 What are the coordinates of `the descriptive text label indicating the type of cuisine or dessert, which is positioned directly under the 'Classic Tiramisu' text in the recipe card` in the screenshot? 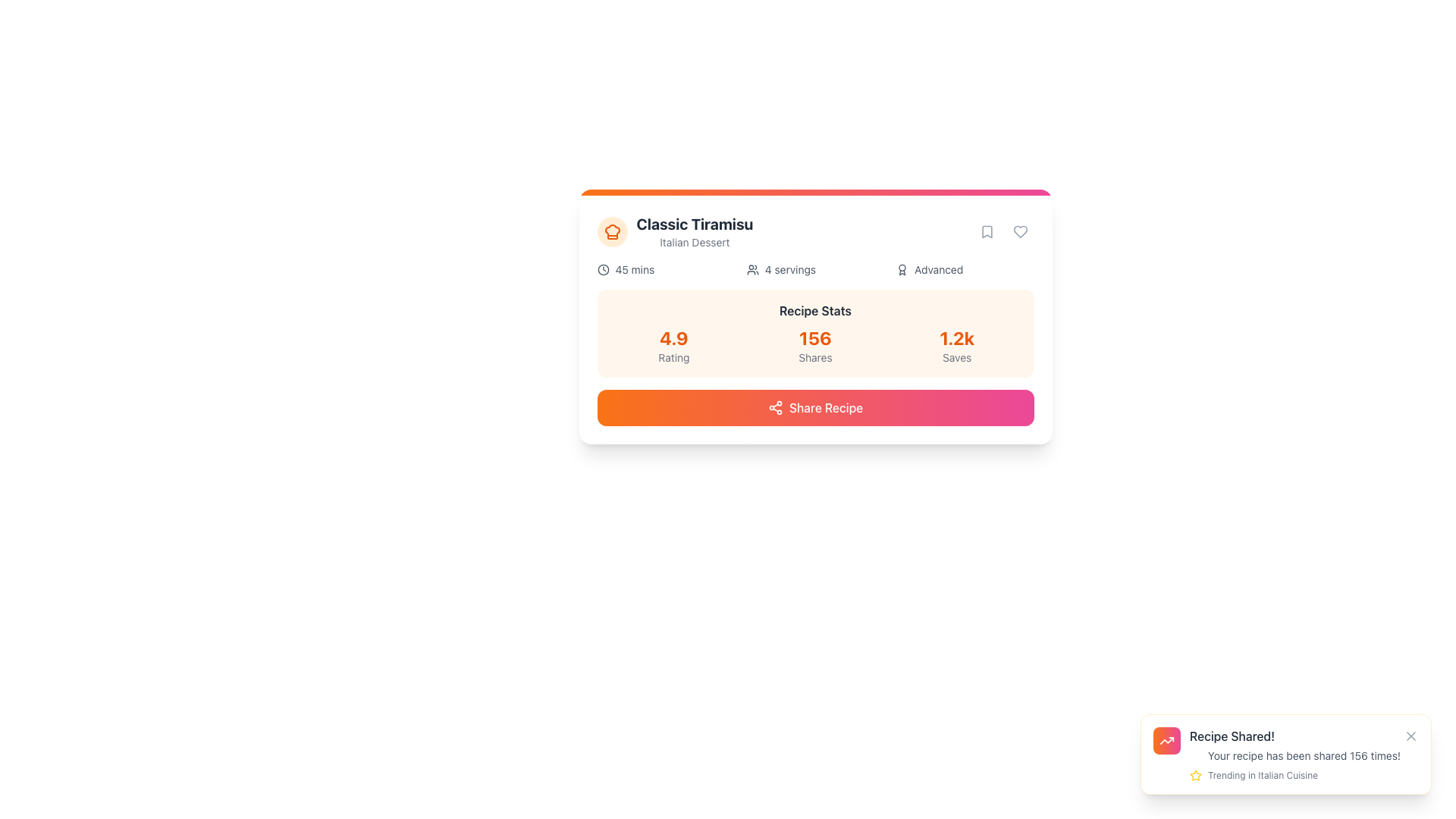 It's located at (694, 242).